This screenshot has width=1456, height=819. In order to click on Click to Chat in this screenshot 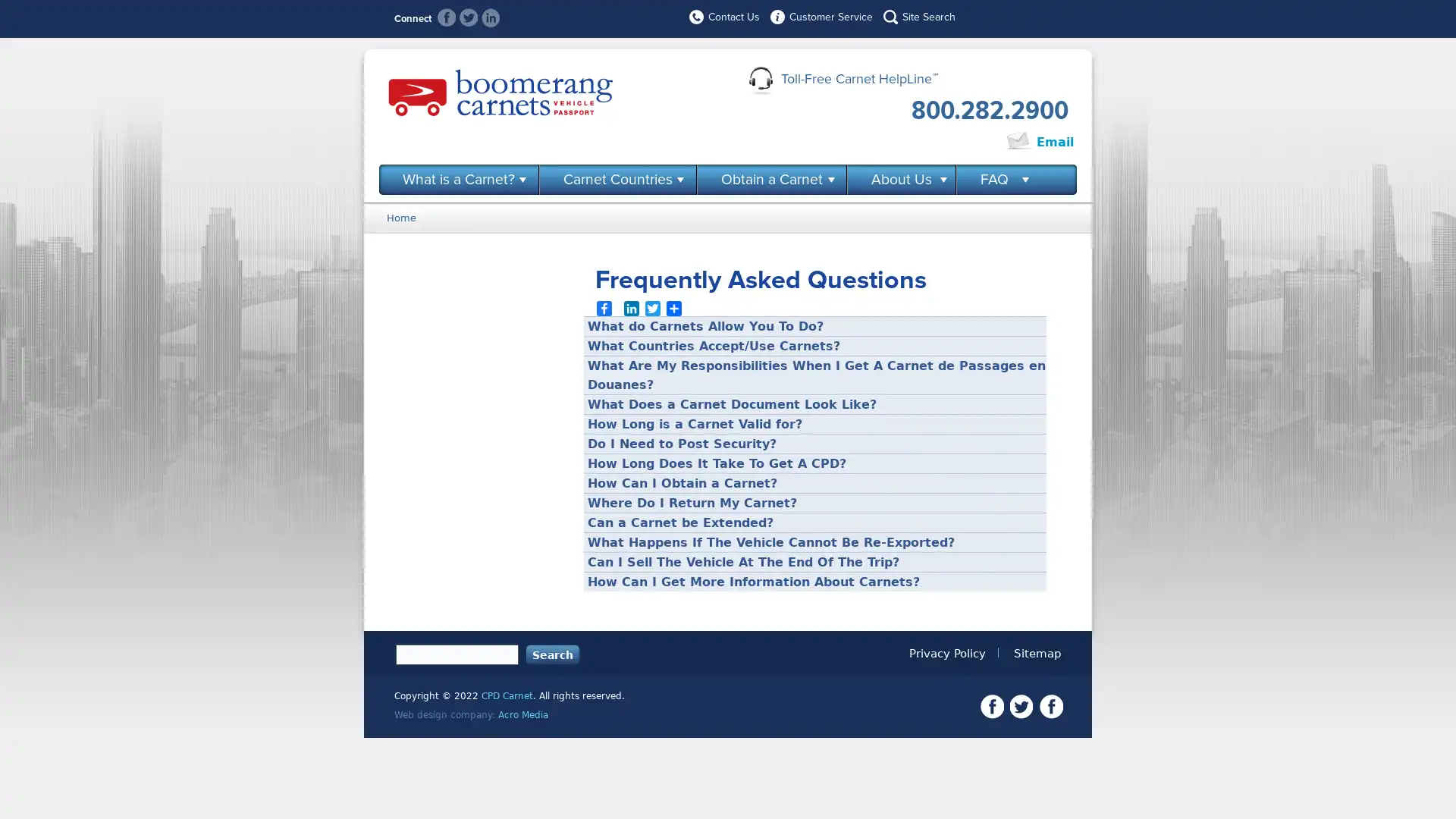, I will do `click(952, 143)`.